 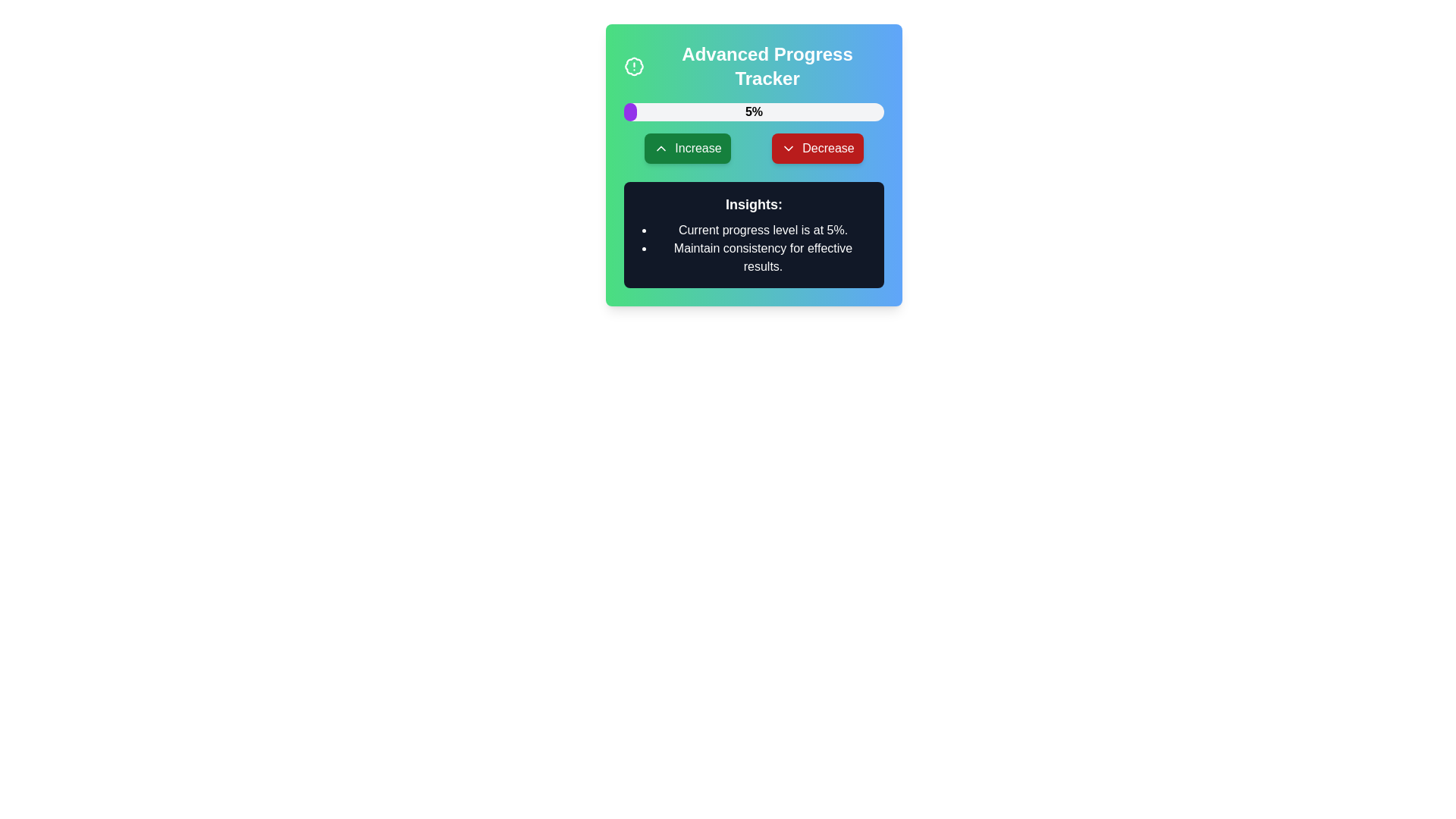 What do you see at coordinates (634, 66) in the screenshot?
I see `the Decorative badge icon located at the upper-left corner of the 'Advanced Progress Tracker' card interface` at bounding box center [634, 66].